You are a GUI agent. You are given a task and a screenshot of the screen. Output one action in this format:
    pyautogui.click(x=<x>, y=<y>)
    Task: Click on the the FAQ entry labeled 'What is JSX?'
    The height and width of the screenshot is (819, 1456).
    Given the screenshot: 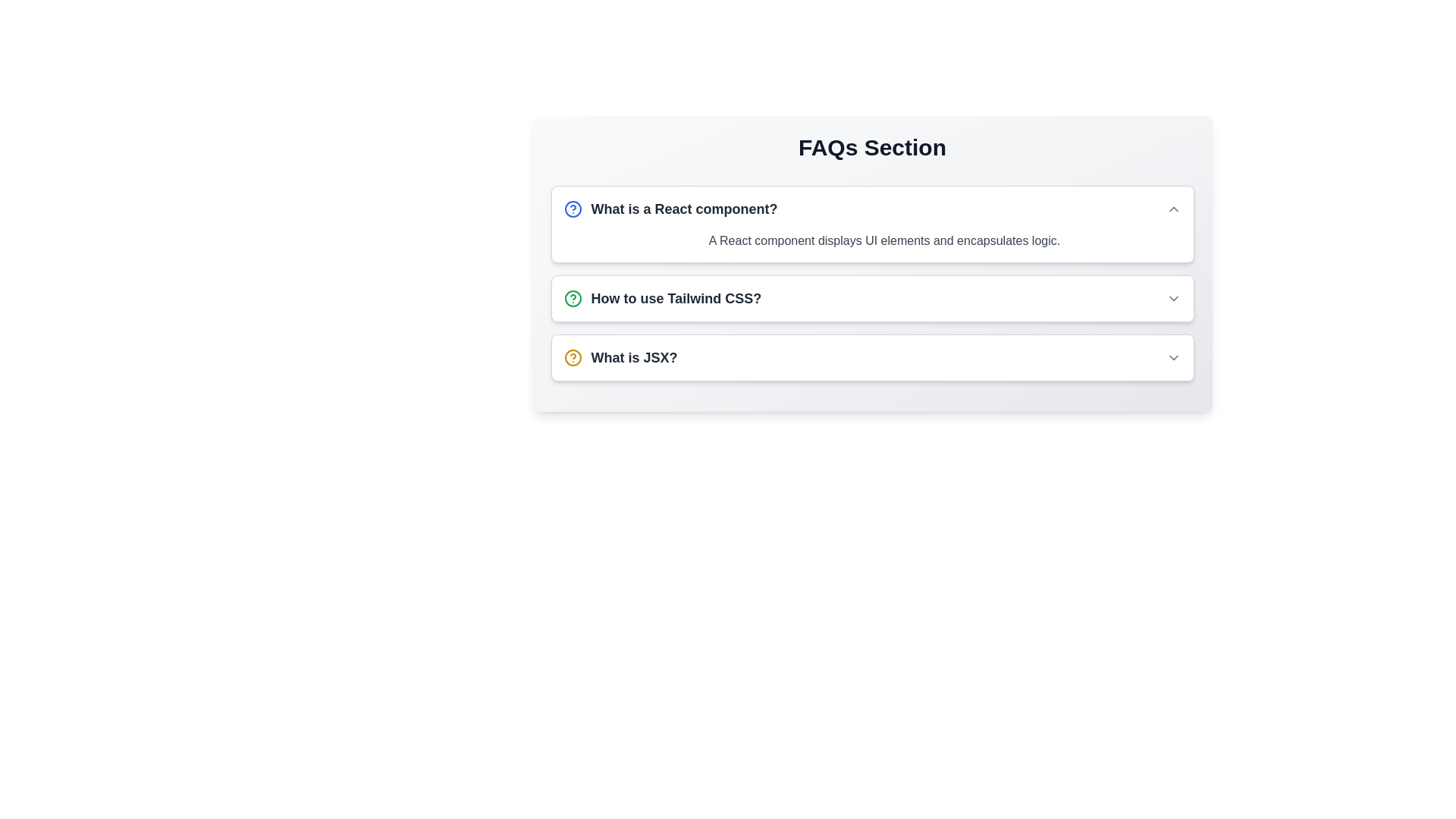 What is the action you would take?
    pyautogui.click(x=872, y=357)
    